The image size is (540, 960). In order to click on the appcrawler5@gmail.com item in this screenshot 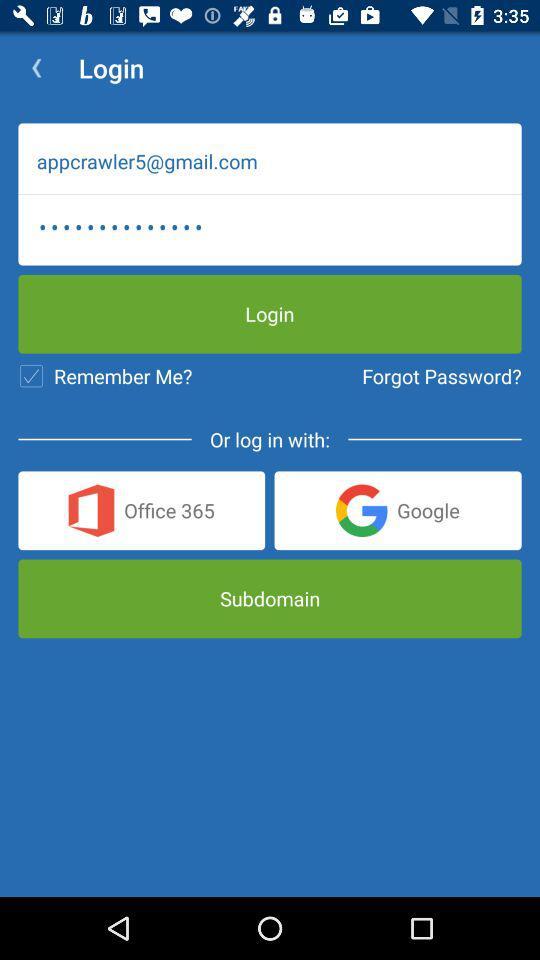, I will do `click(270, 160)`.